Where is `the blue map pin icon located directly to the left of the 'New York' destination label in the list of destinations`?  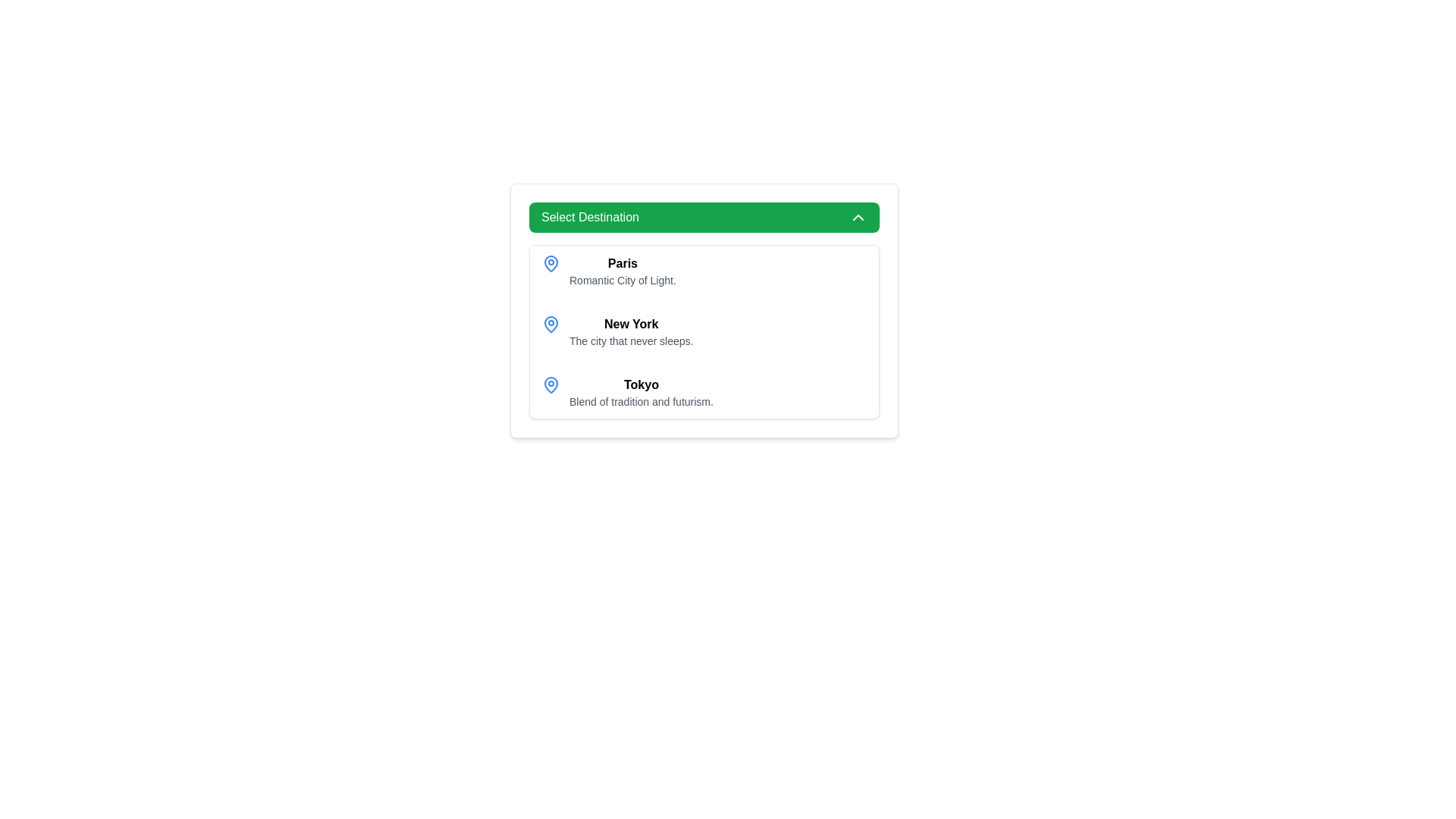 the blue map pin icon located directly to the left of the 'New York' destination label in the list of destinations is located at coordinates (550, 323).